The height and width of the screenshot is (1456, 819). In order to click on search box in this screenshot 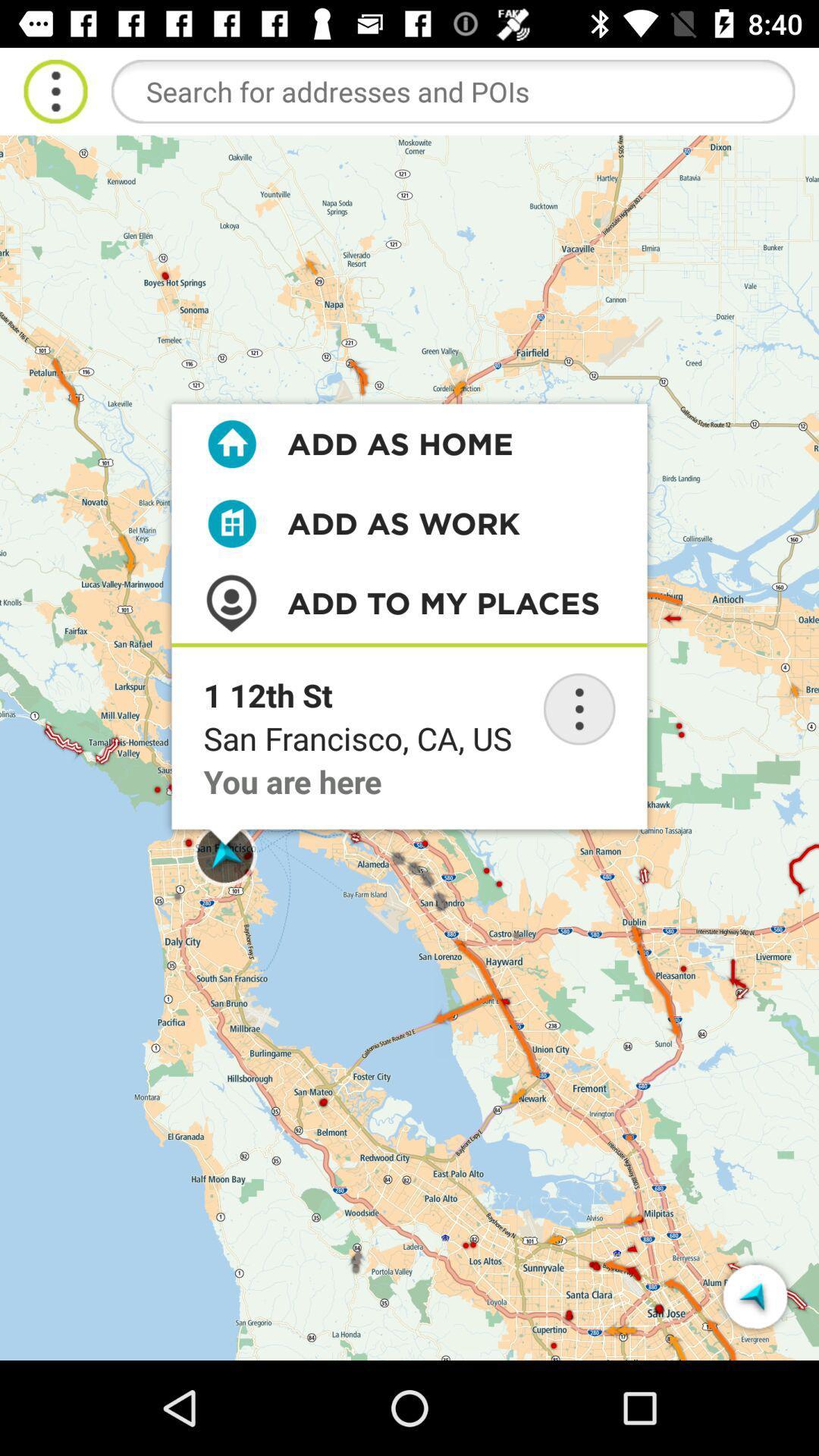, I will do `click(452, 90)`.